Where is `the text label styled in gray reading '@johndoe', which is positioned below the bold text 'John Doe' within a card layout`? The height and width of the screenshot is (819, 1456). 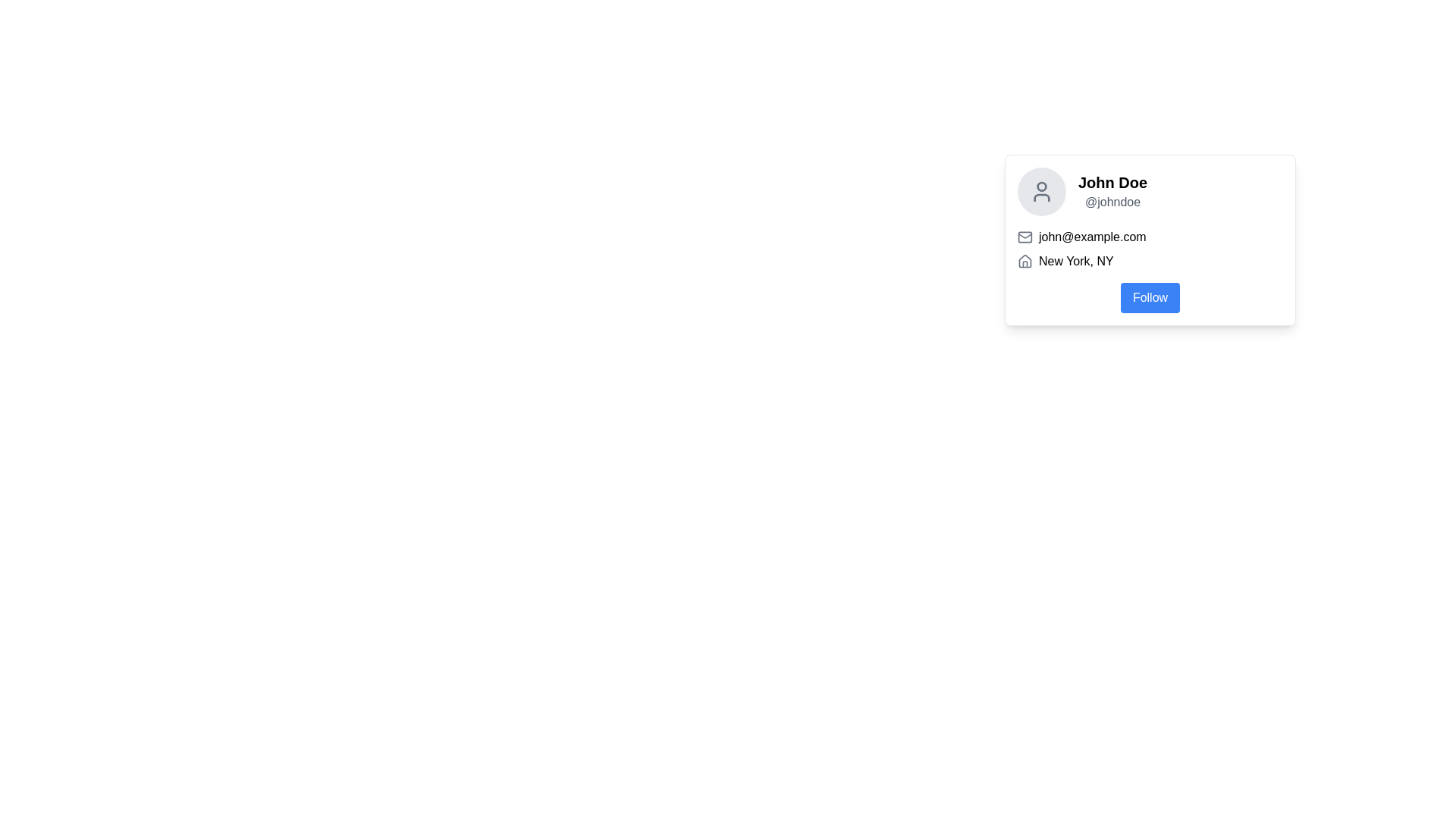
the text label styled in gray reading '@johndoe', which is positioned below the bold text 'John Doe' within a card layout is located at coordinates (1112, 201).